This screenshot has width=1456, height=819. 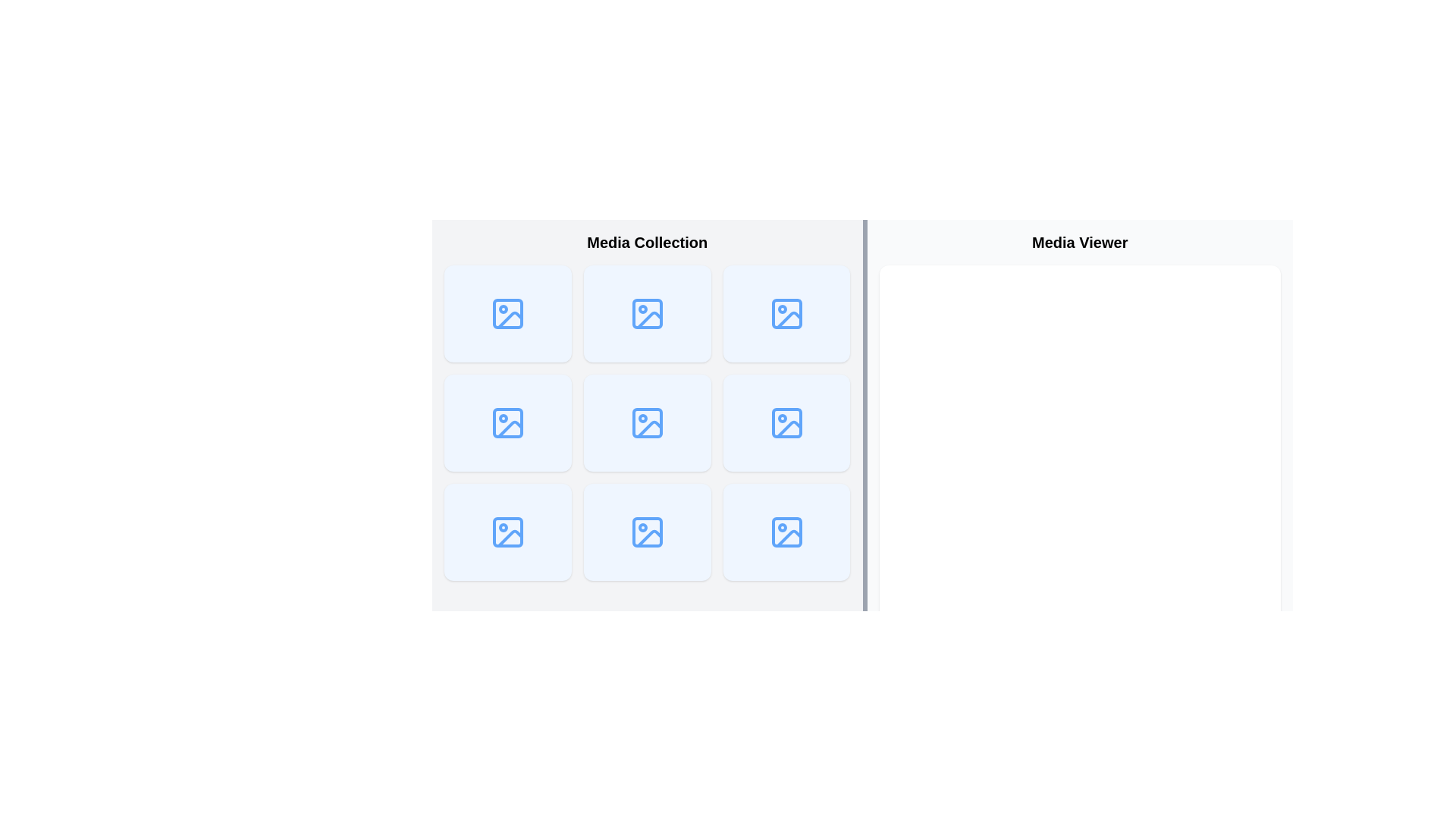 What do you see at coordinates (647, 312) in the screenshot?
I see `the interactive media or image tile located in the second column of the first row under 'Media Collection' to trigger additional visuals or effects` at bounding box center [647, 312].